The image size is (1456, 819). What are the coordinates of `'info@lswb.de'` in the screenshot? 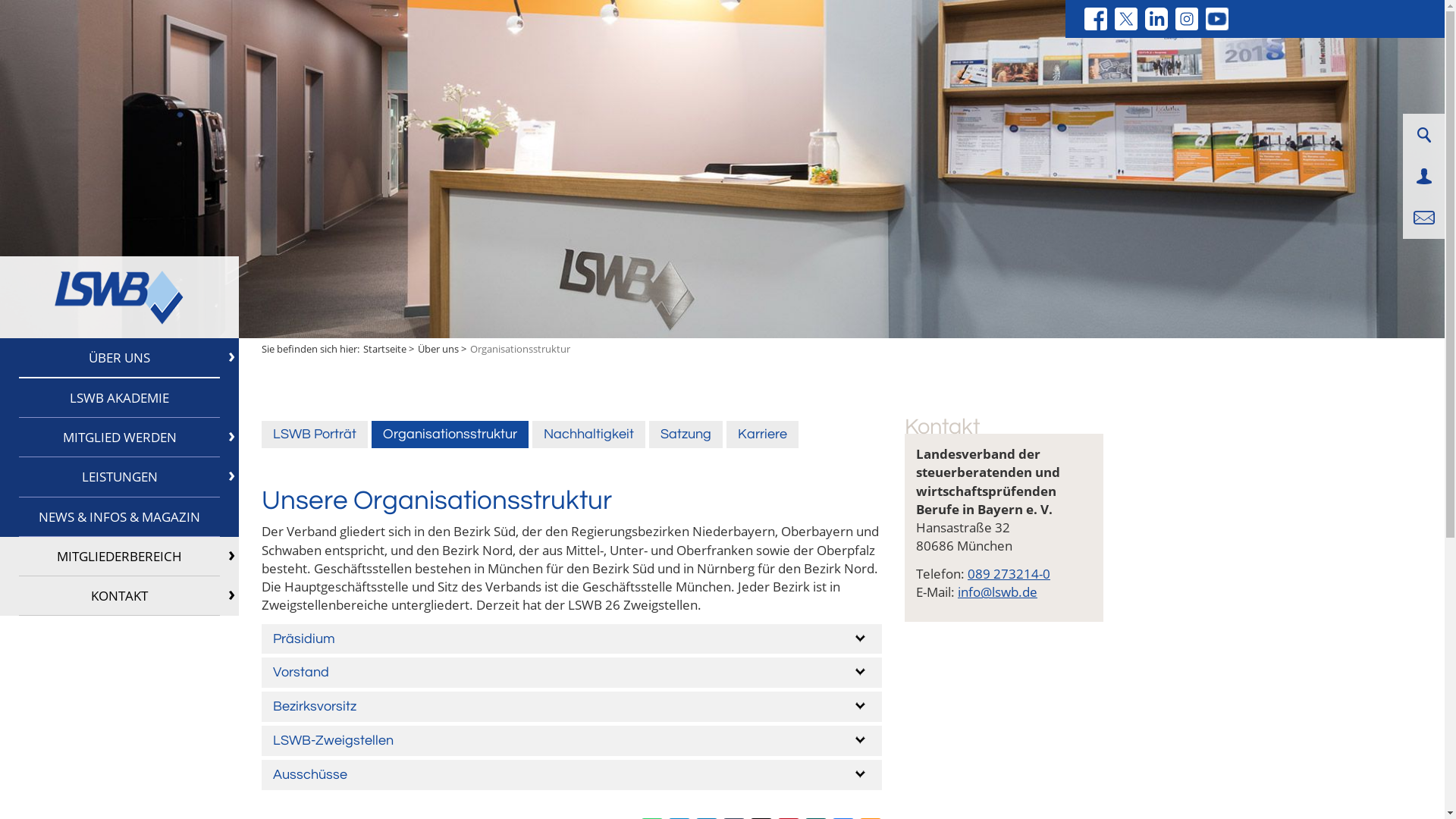 It's located at (997, 591).